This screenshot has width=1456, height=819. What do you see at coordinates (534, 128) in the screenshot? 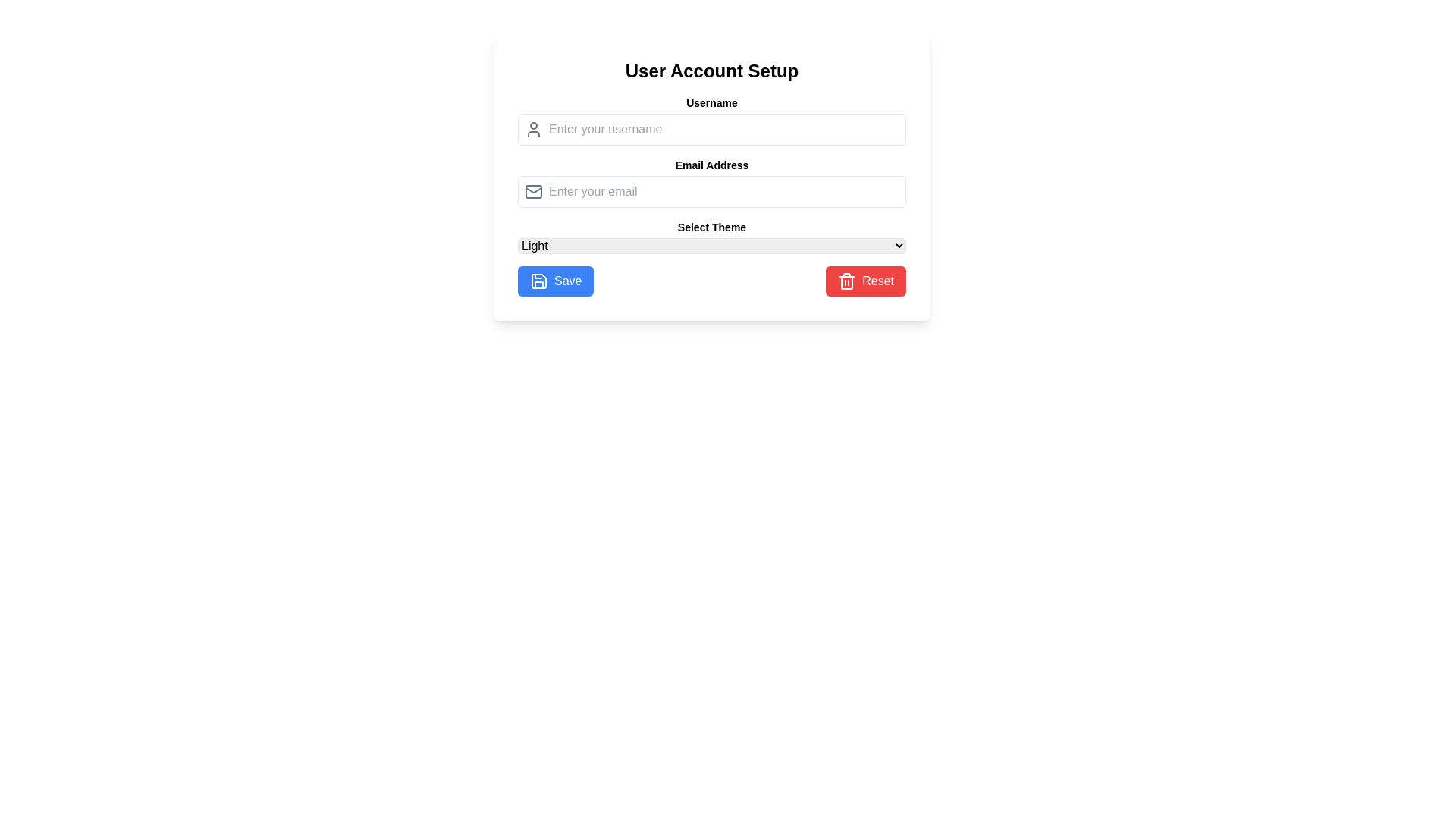
I see `the user icon, which is a circular outline representing a head over semi-circular shoulders, styled in gray with a thin stroke, located to the left of the 'Username' text input field` at bounding box center [534, 128].